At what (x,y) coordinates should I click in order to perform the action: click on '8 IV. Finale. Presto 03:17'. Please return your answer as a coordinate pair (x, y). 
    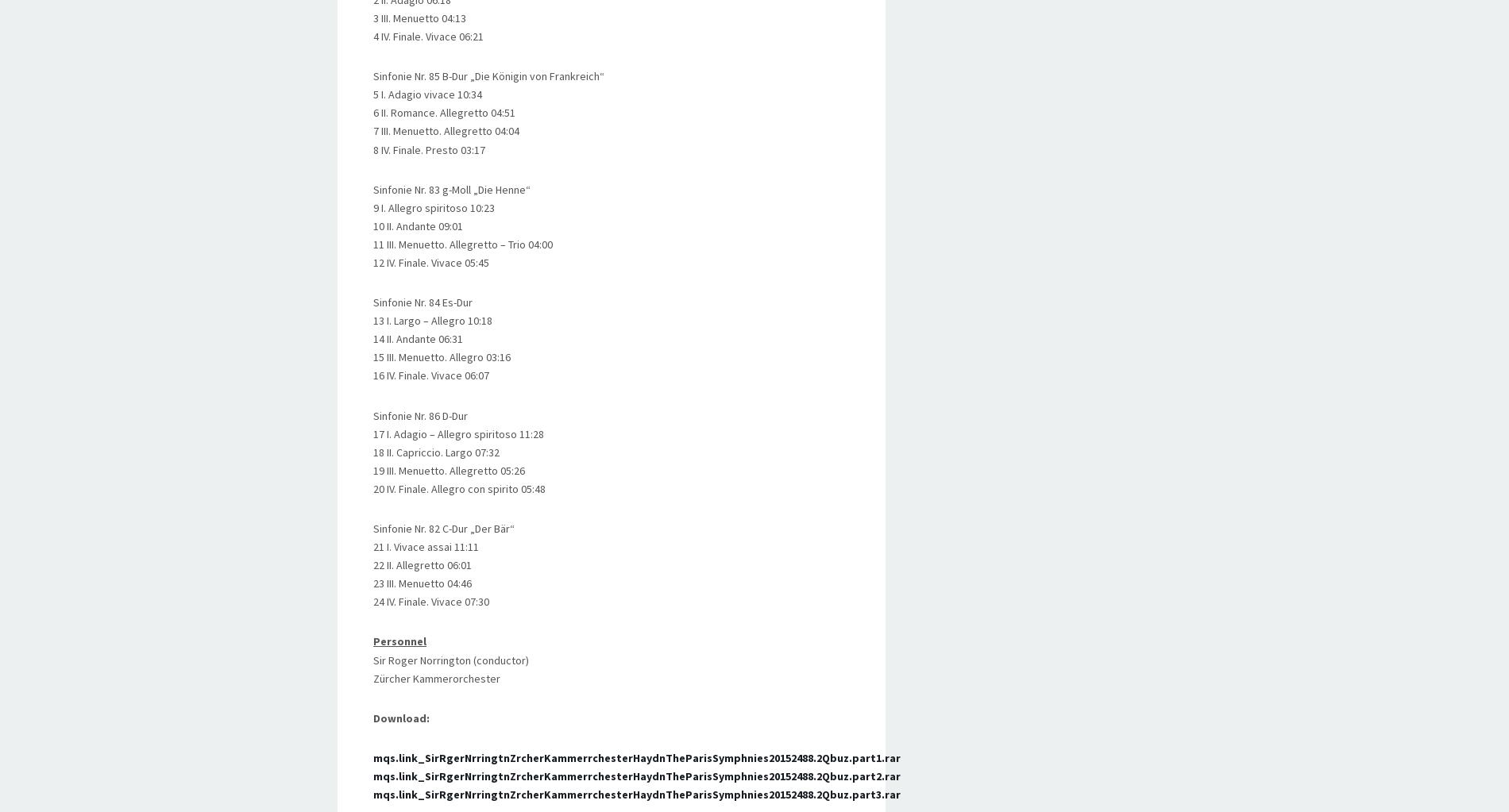
    Looking at the image, I should click on (372, 149).